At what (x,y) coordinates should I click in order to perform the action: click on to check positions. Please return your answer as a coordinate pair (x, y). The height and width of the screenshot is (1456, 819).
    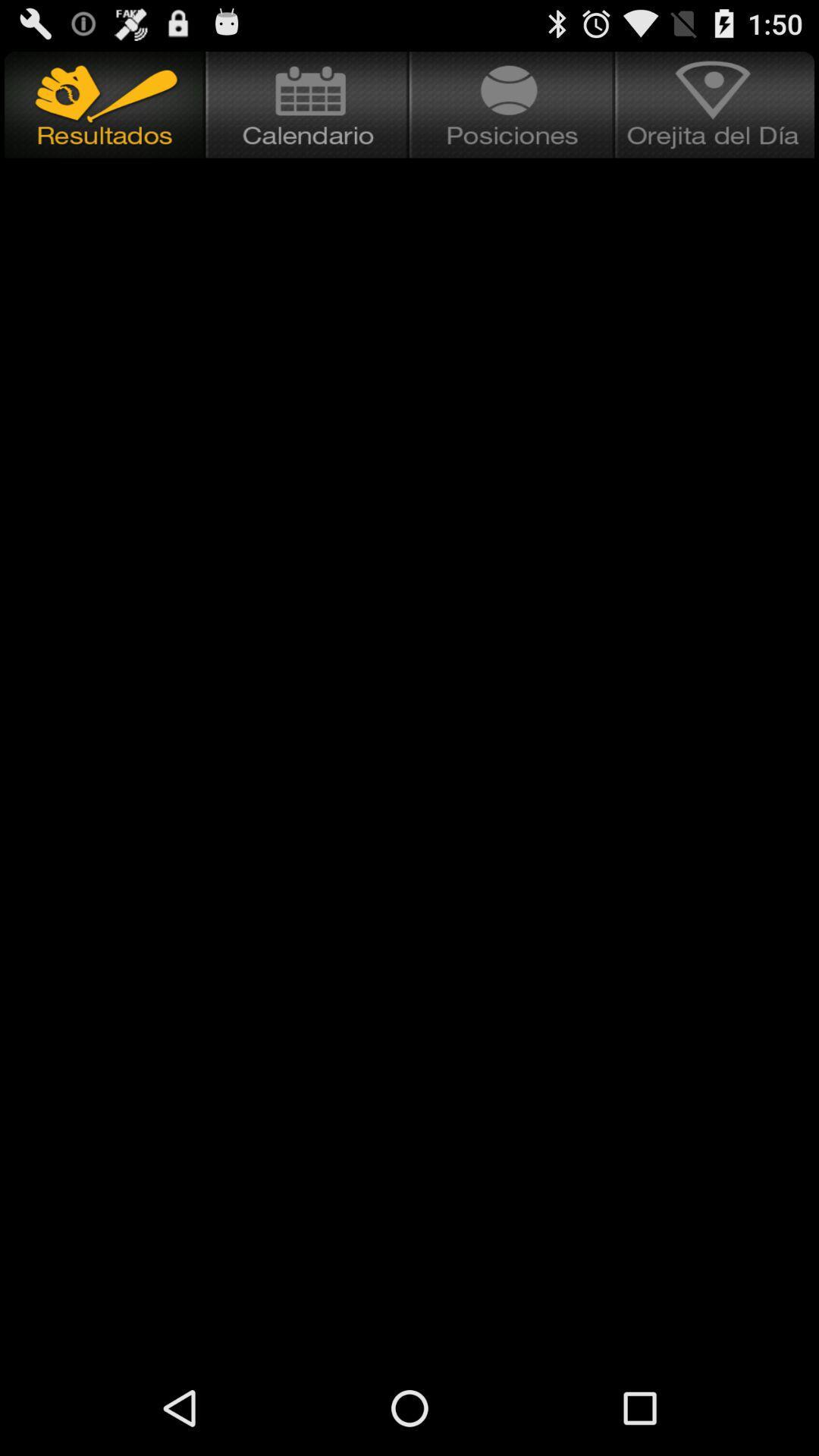
    Looking at the image, I should click on (512, 104).